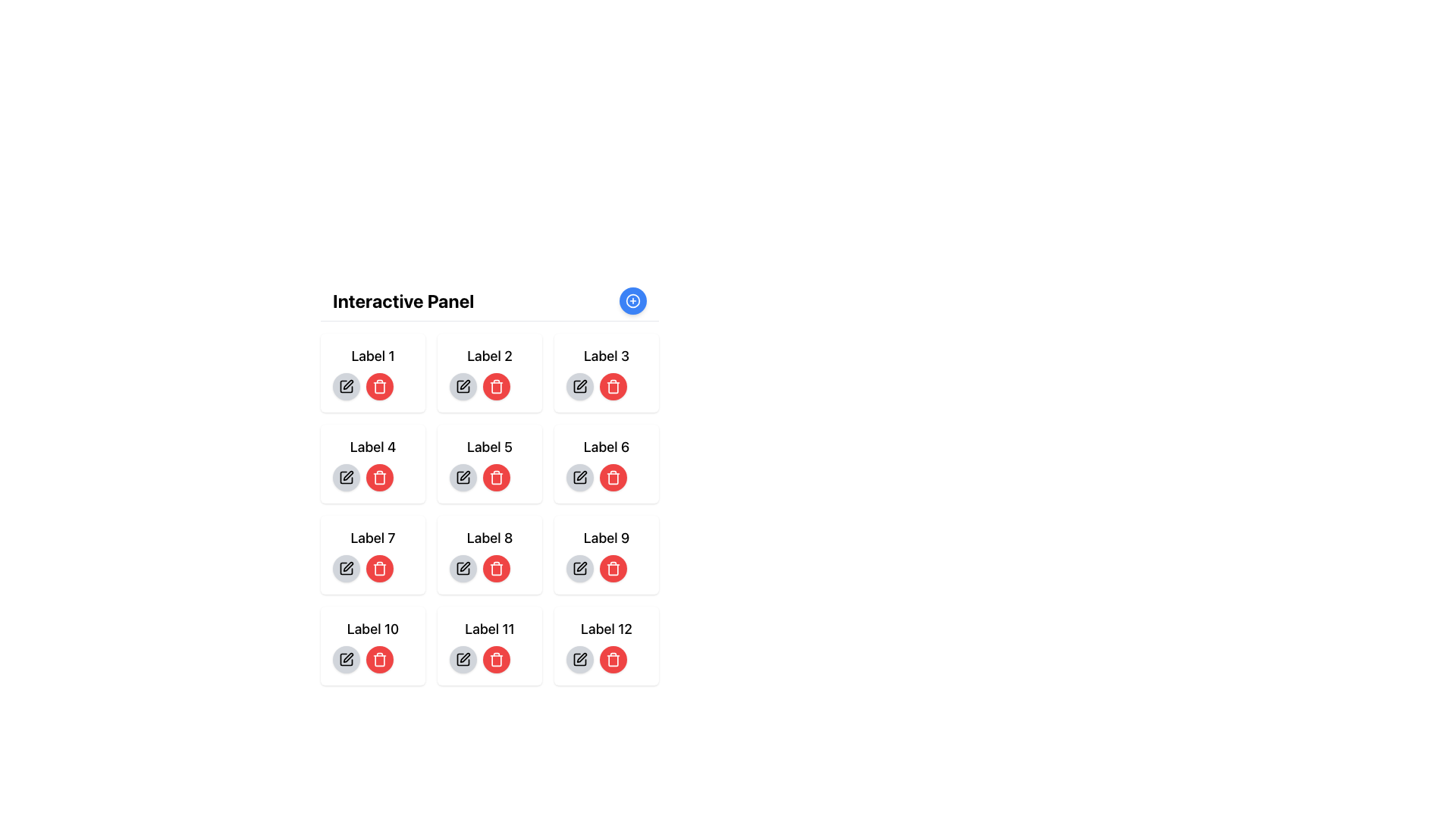  Describe the element at coordinates (613, 659) in the screenshot. I see `the circular red button with a white trash can icon, located at the bottom-right corner of the interactive grid` at that location.